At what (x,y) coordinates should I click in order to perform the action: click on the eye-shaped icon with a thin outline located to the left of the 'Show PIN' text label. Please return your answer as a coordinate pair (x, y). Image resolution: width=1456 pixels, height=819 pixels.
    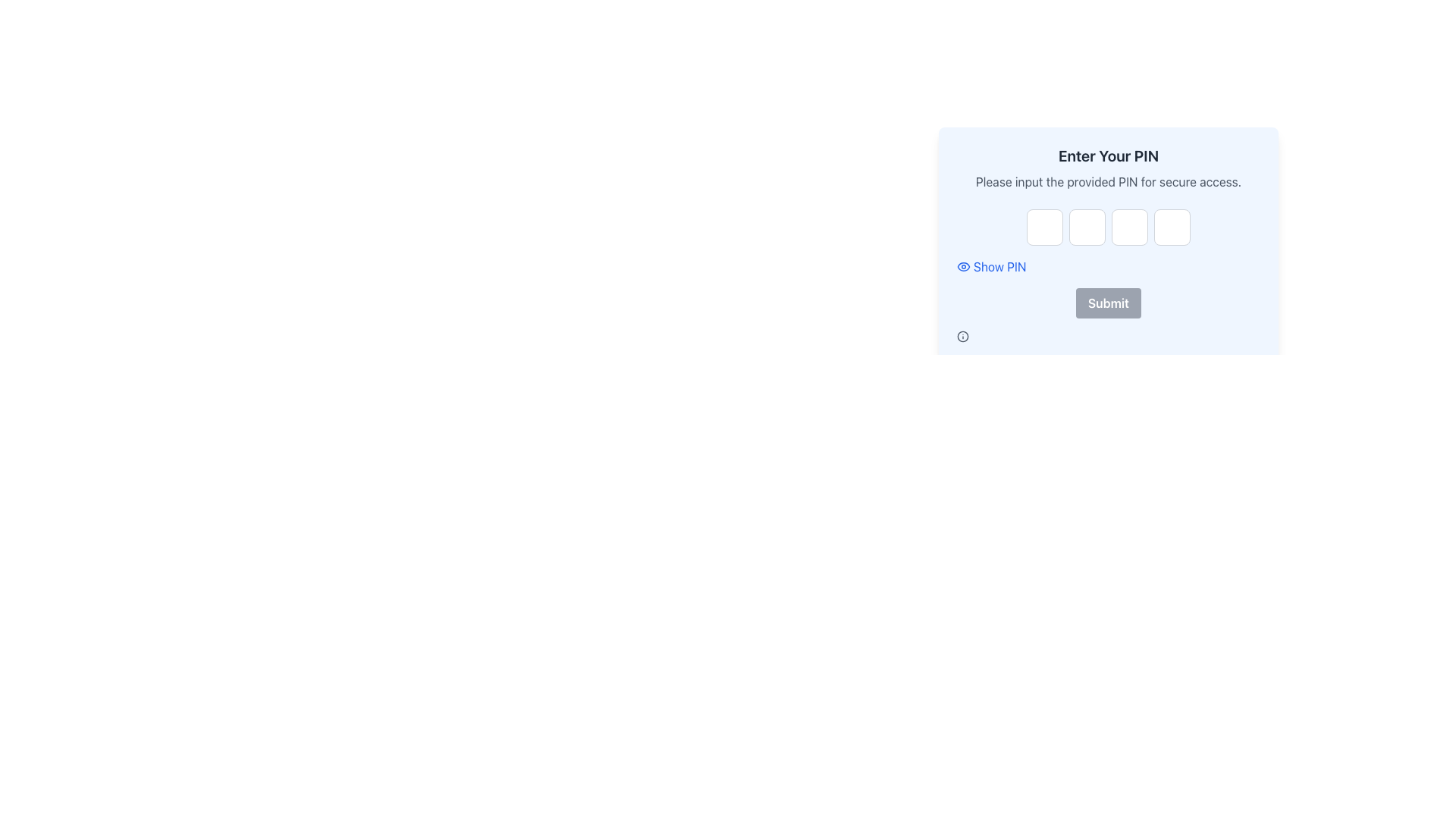
    Looking at the image, I should click on (963, 265).